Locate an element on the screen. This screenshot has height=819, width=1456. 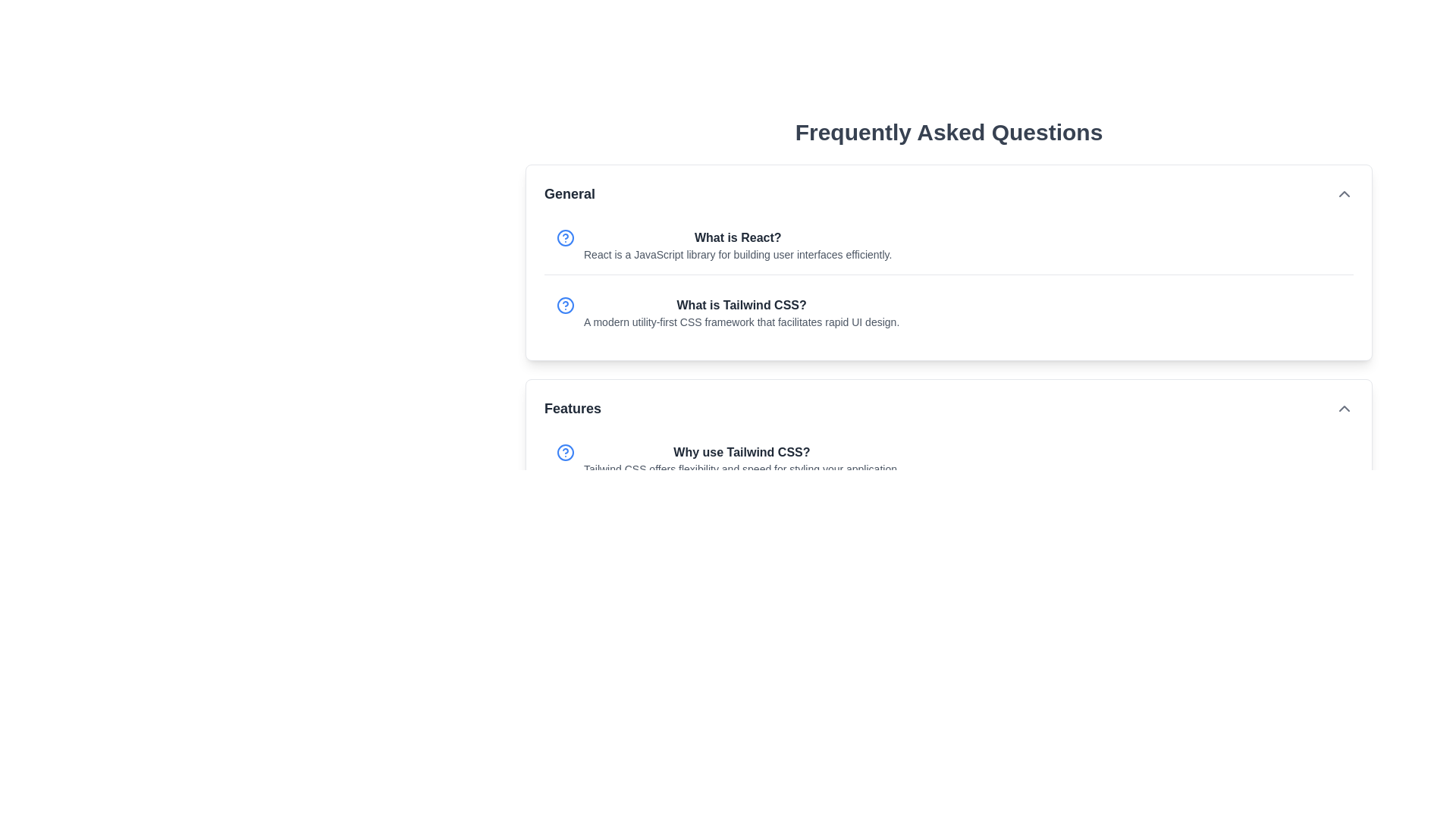
the Informational section in the 'General' category of the 'Frequently Asked Questions' layout is located at coordinates (948, 245).